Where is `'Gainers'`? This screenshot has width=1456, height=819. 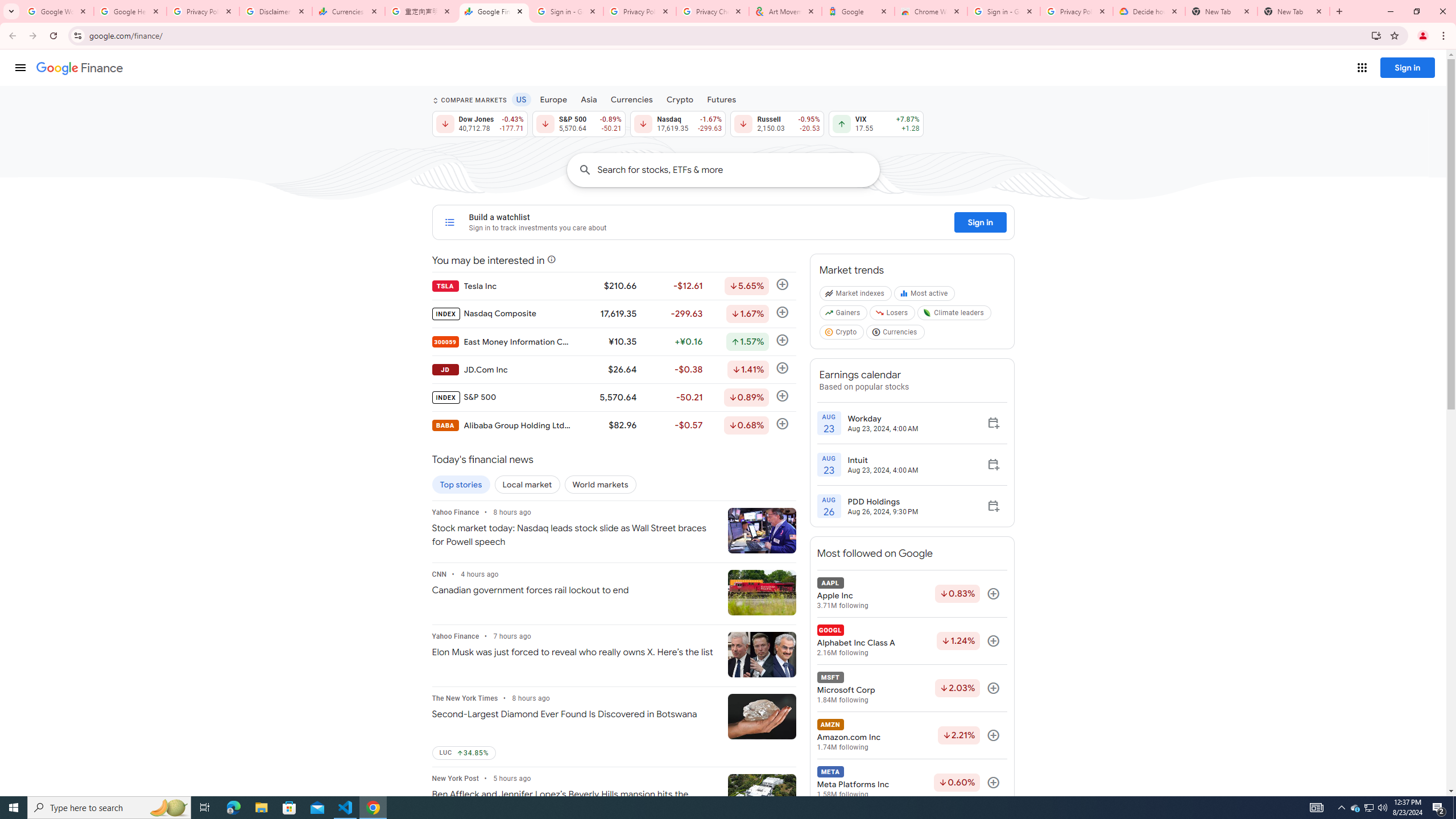
'Gainers' is located at coordinates (843, 315).